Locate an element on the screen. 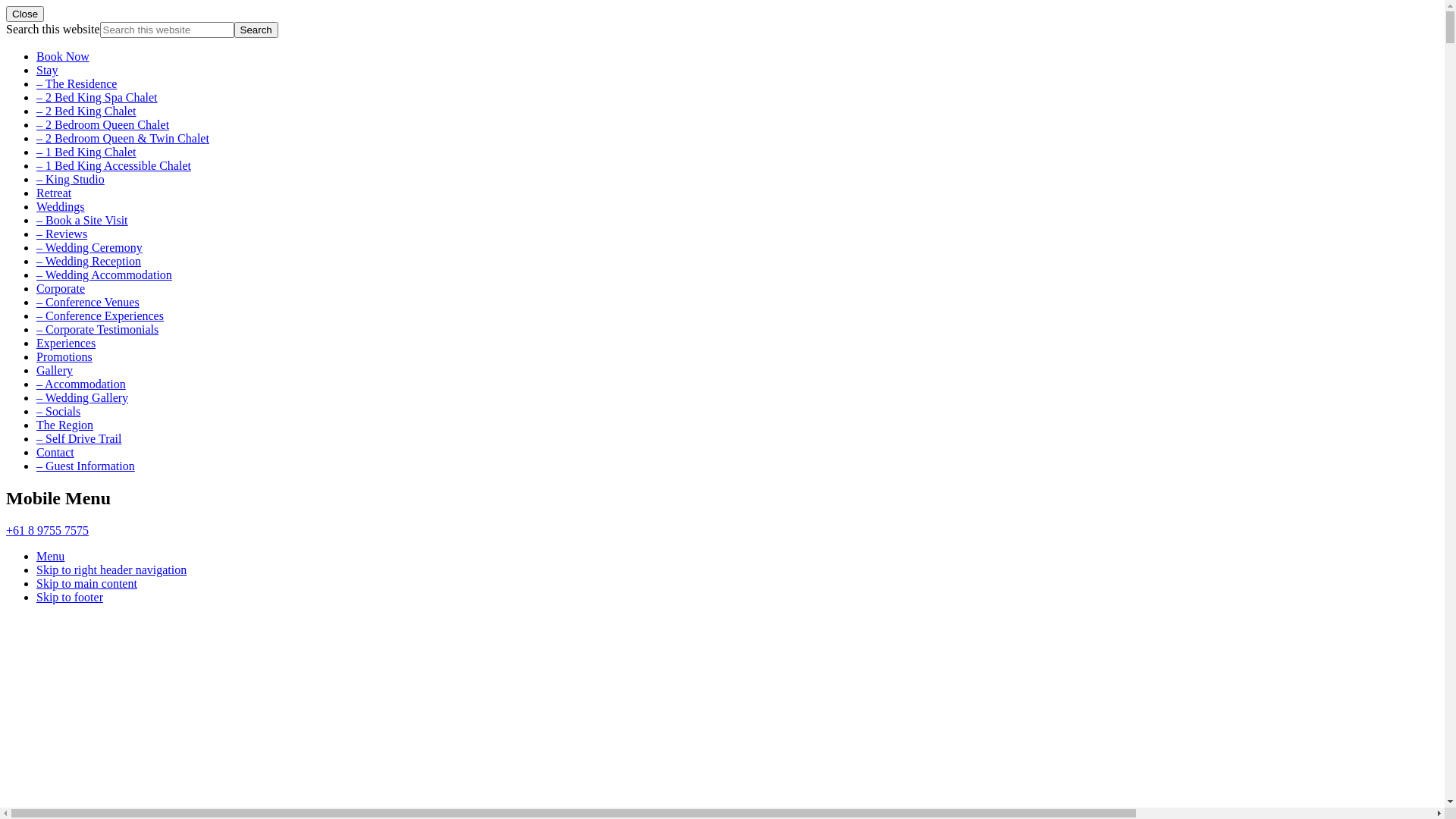  'Corporate' is located at coordinates (61, 288).